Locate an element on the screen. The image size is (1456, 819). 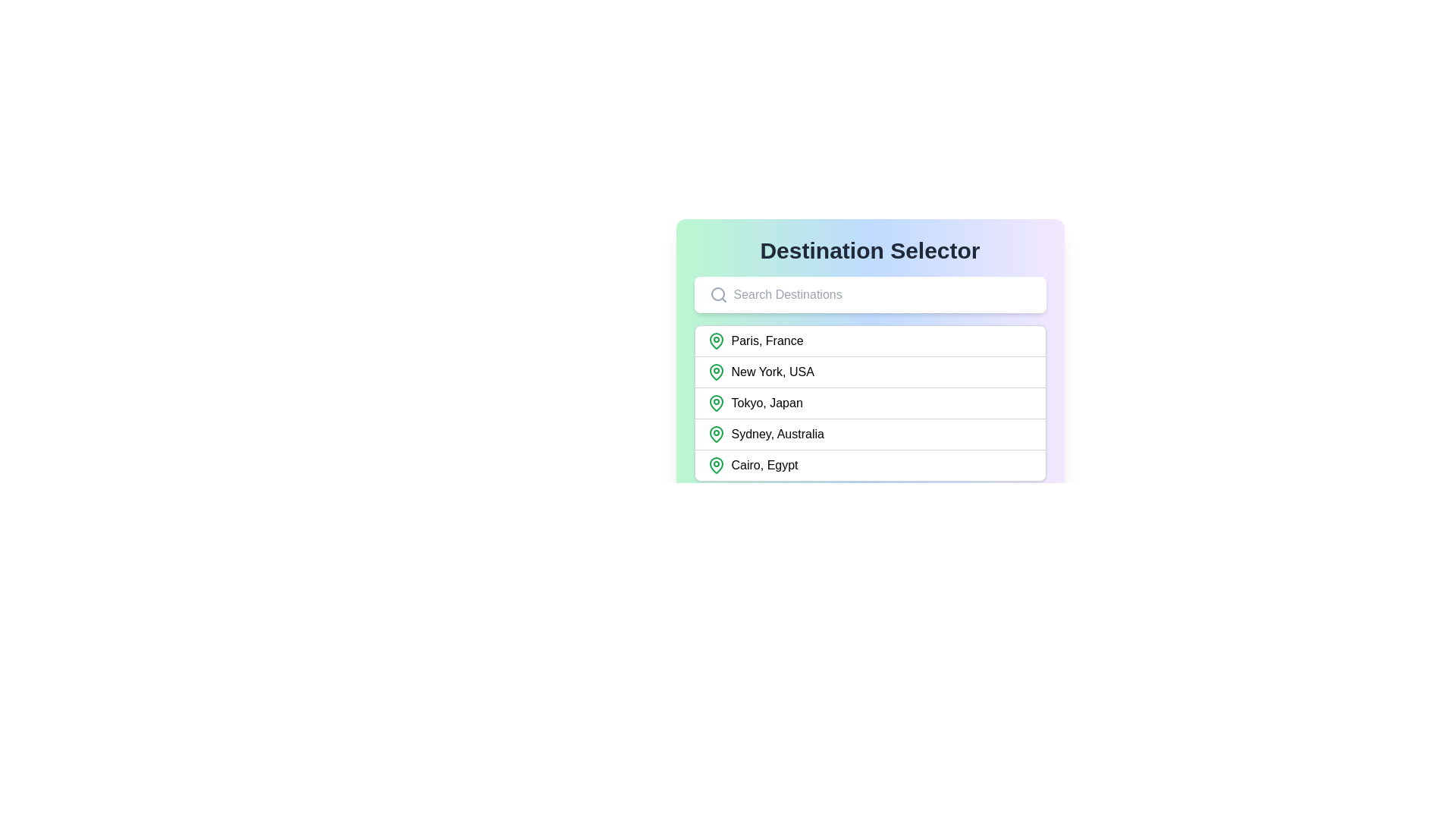
the geographical location icon located to the left of the text 'New York, USA' in the second row of the destination list as a visual indicator is located at coordinates (715, 372).